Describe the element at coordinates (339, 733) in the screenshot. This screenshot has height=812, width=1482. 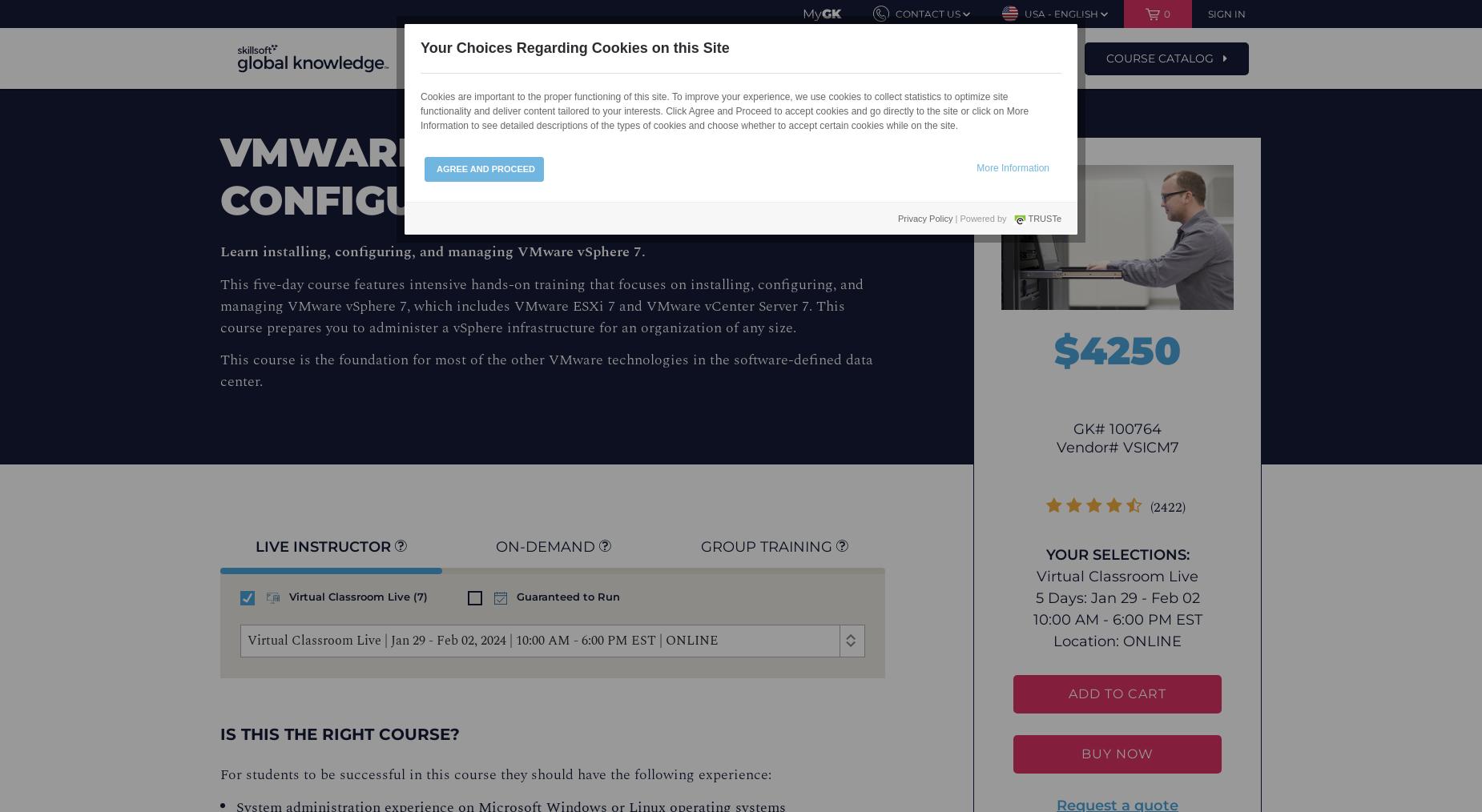
I see `'Is This The Right Course?'` at that location.